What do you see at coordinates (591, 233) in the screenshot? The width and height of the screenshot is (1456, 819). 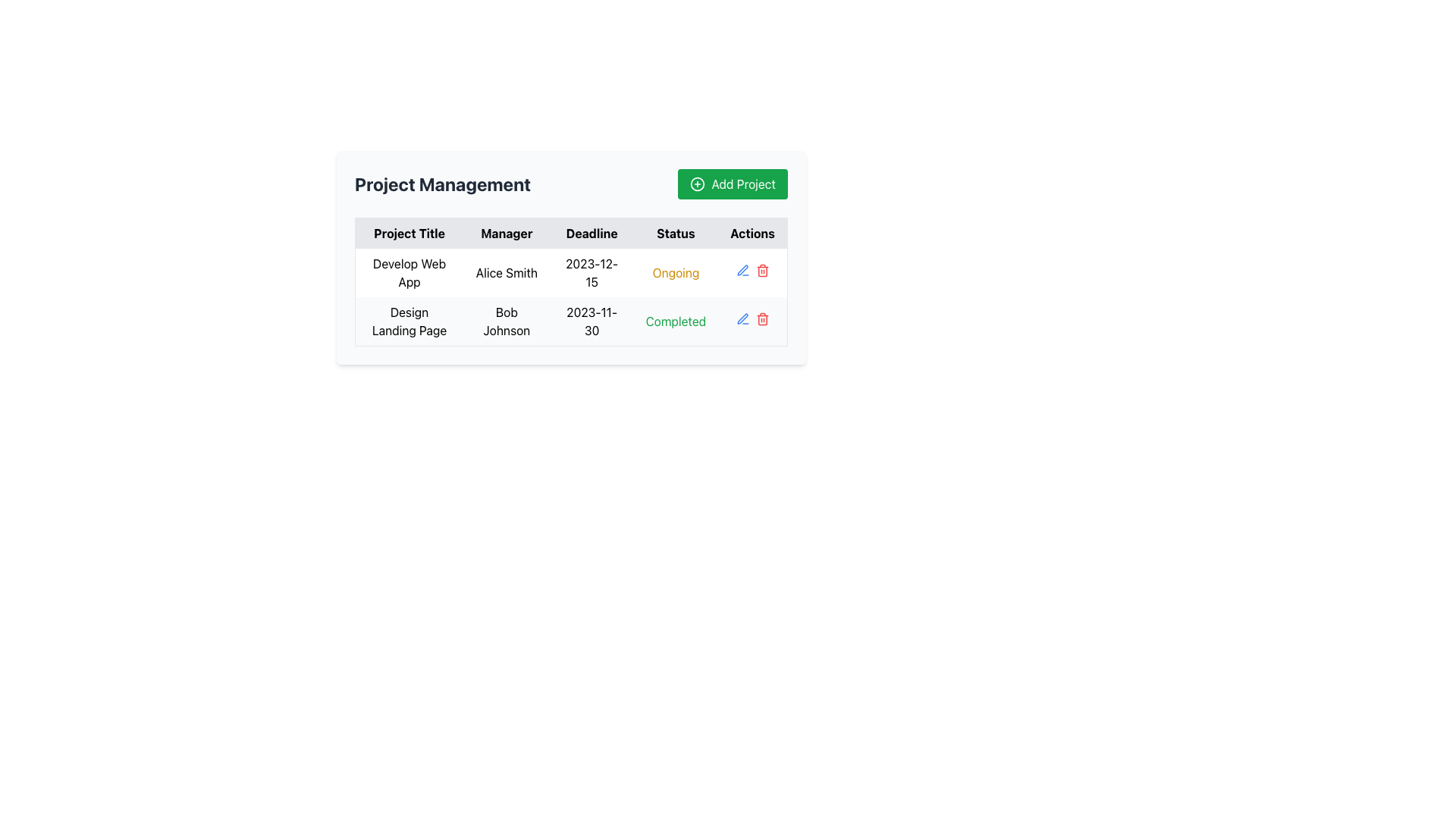 I see `the 'Deadline' text component in the table header` at bounding box center [591, 233].